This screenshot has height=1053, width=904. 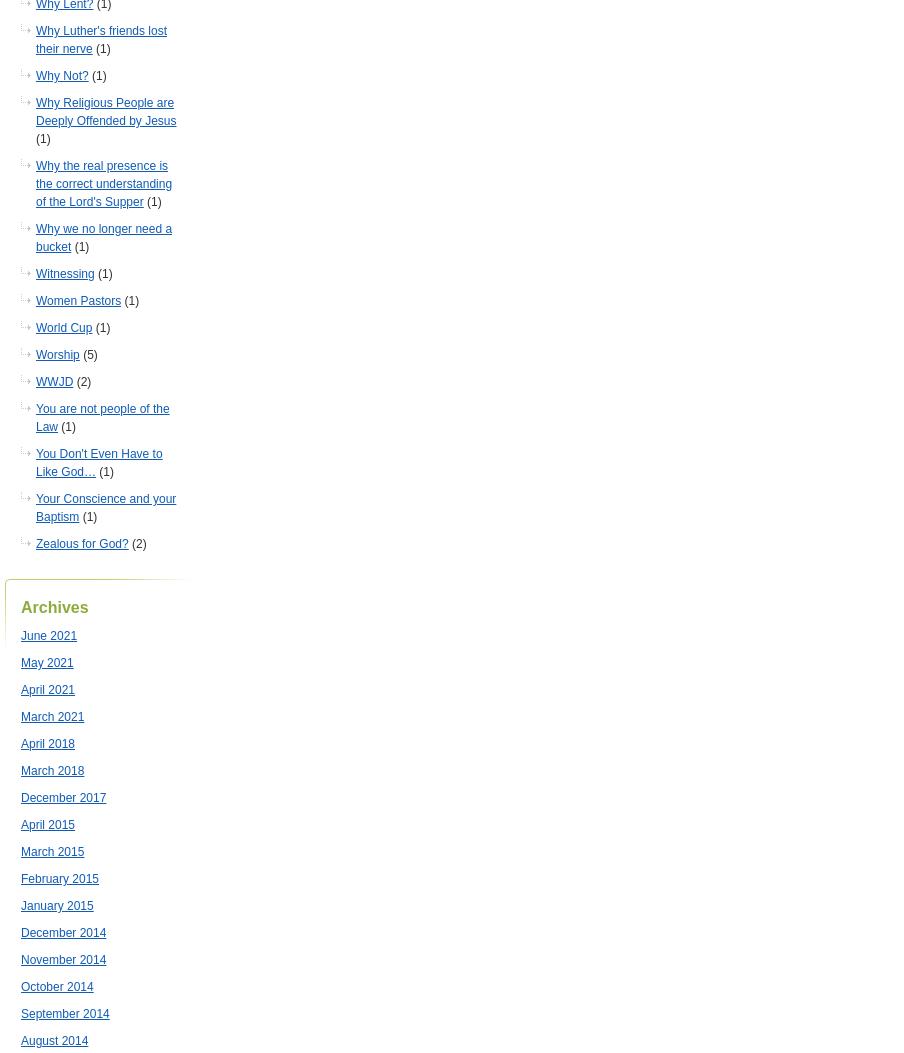 I want to click on 'Why Religious People are Deeply Offended by Jesus', so click(x=34, y=112).